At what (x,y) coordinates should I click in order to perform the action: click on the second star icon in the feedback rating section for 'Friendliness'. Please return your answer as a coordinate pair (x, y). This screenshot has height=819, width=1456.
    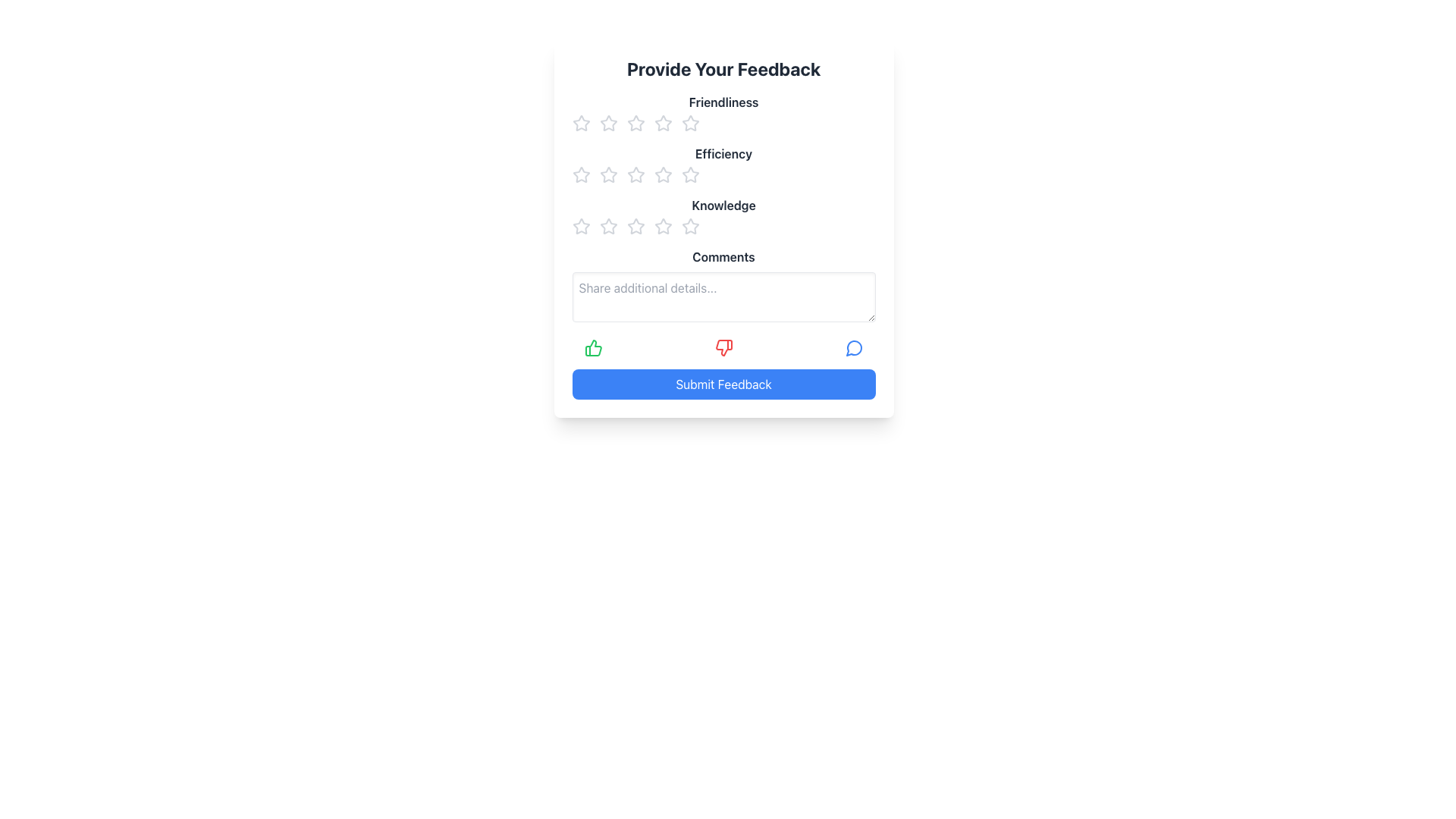
    Looking at the image, I should click on (689, 122).